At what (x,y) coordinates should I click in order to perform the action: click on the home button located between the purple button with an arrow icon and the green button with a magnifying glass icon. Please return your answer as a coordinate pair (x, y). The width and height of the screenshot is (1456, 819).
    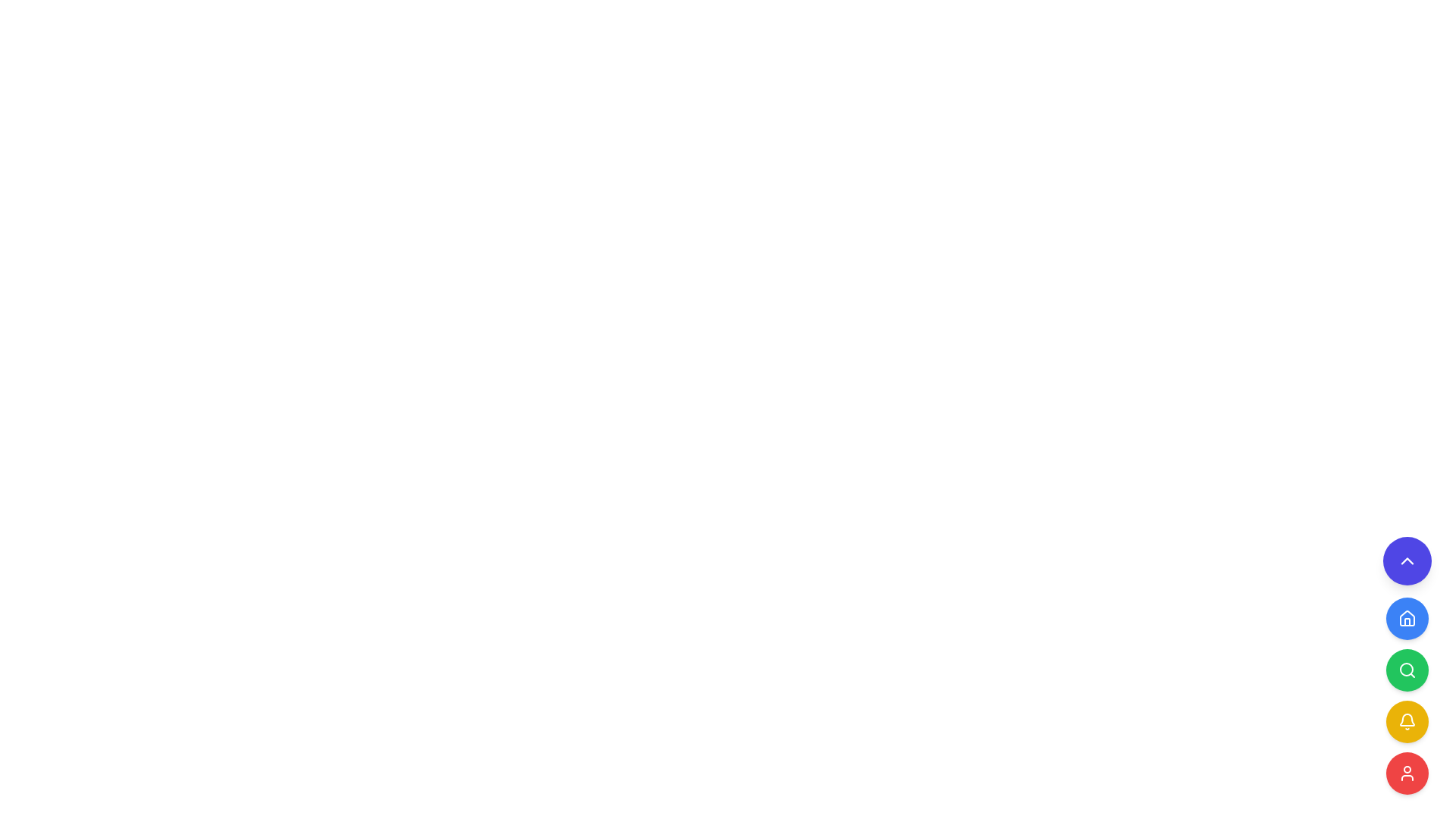
    Looking at the image, I should click on (1407, 619).